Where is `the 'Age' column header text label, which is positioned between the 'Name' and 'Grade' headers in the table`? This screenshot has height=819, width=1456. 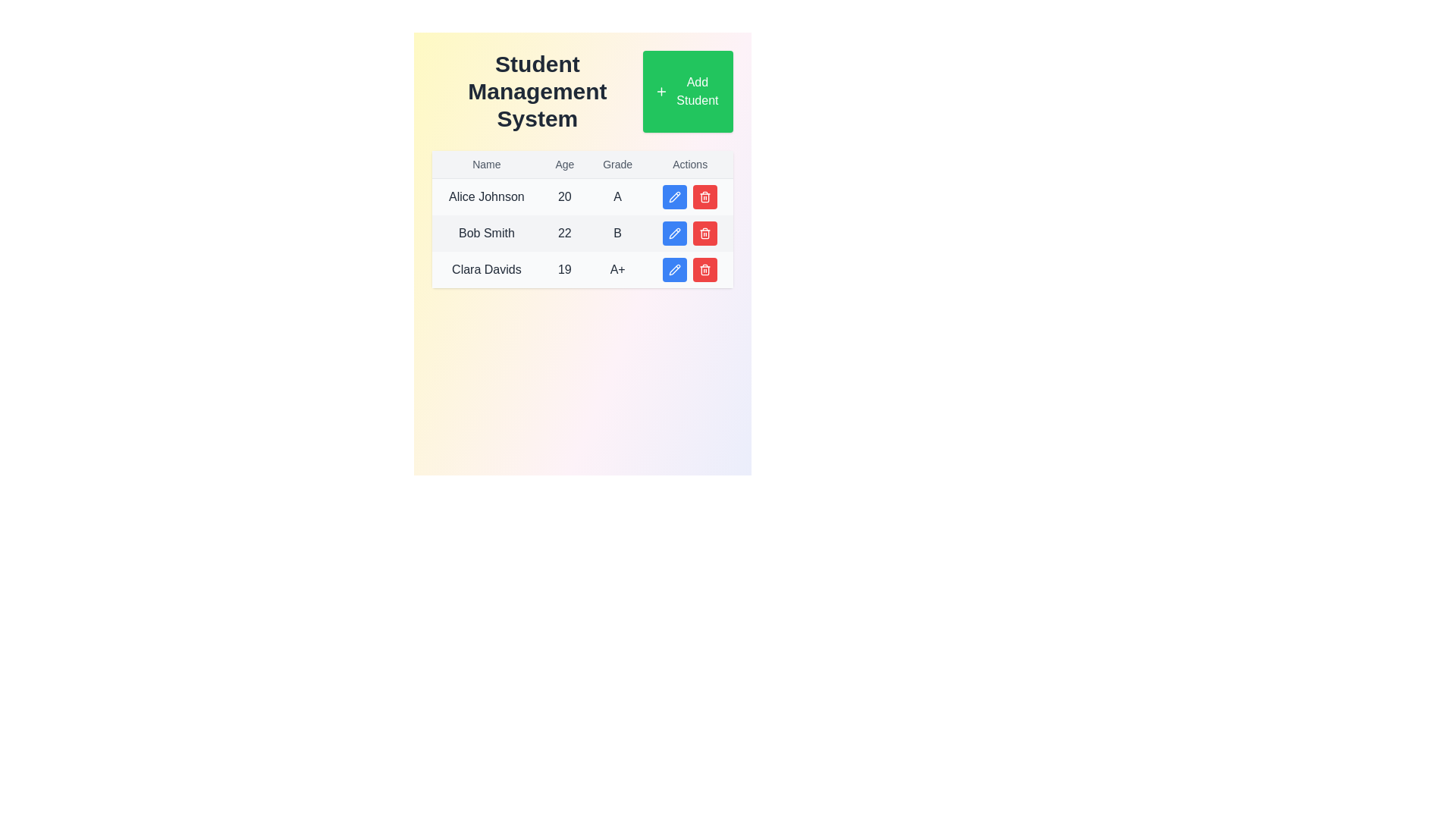 the 'Age' column header text label, which is positioned between the 'Name' and 'Grade' headers in the table is located at coordinates (563, 165).